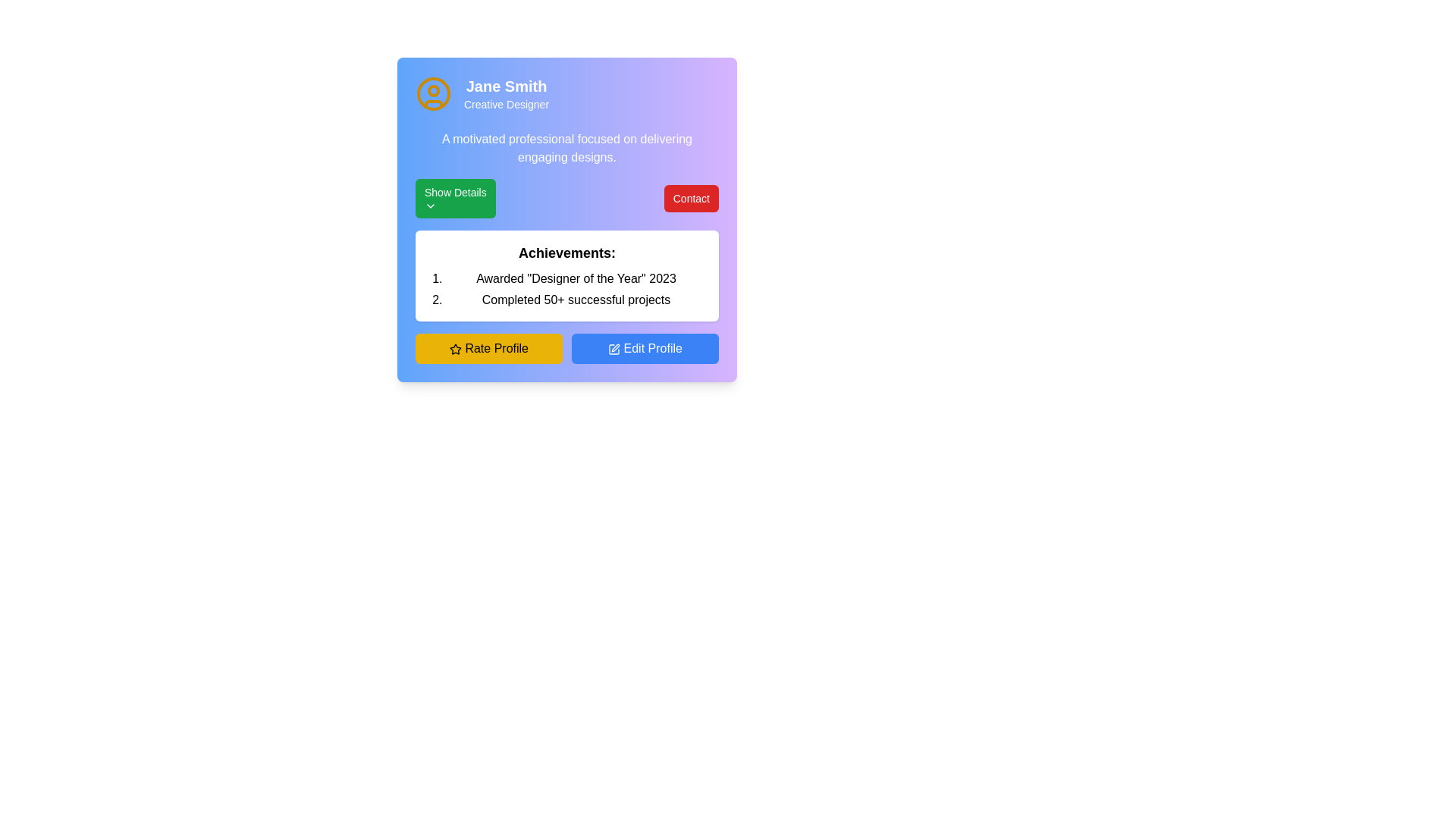 Image resolution: width=1456 pixels, height=819 pixels. What do you see at coordinates (575, 300) in the screenshot?
I see `text label displaying the statement of accomplishment for over fifty successful projects, located under the 'Achievements' header, specifically below 'Awarded "Designer of the Year" 2023'` at bounding box center [575, 300].